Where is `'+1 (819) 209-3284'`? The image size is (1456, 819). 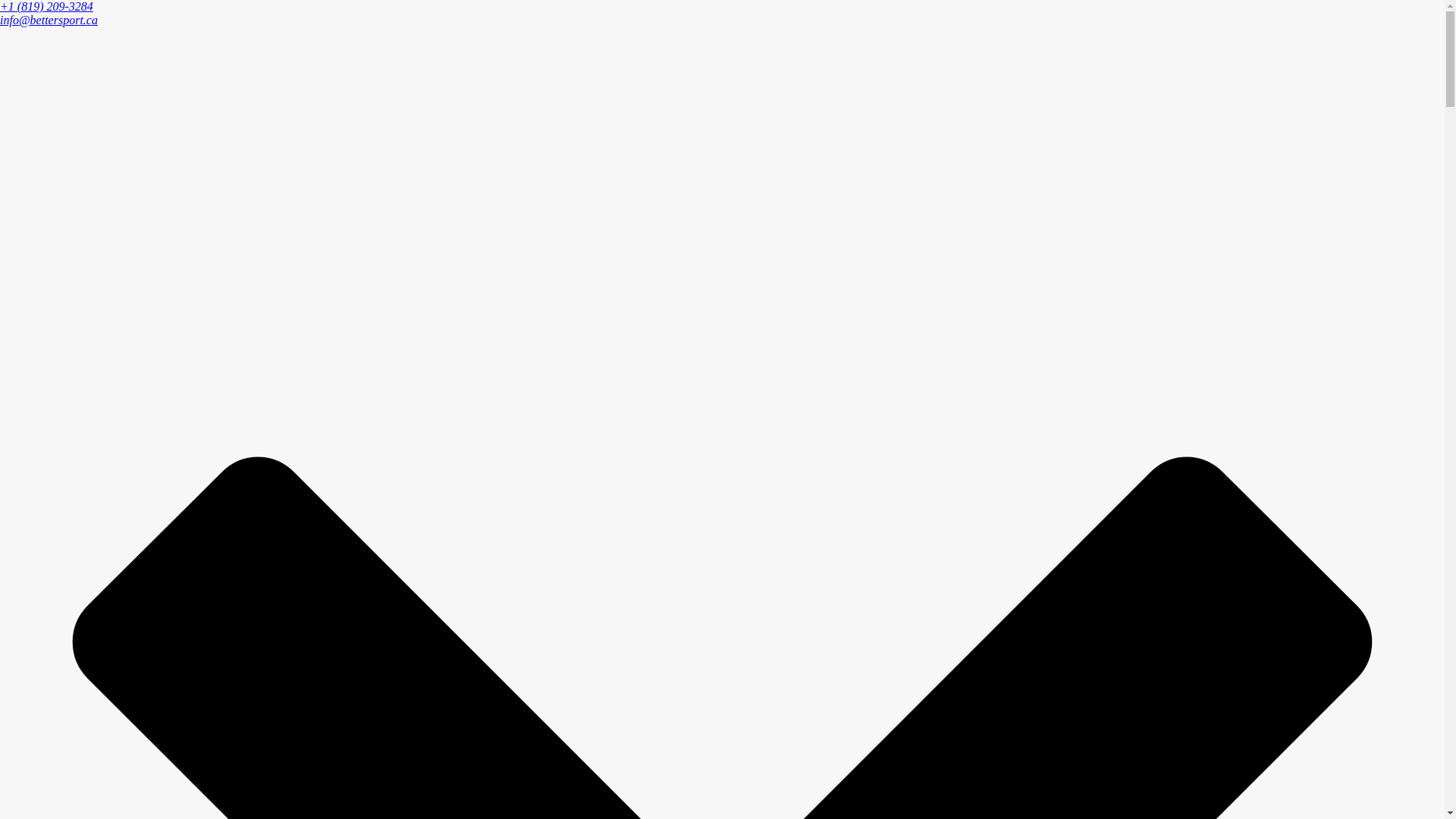
'+1 (819) 209-3284' is located at coordinates (46, 6).